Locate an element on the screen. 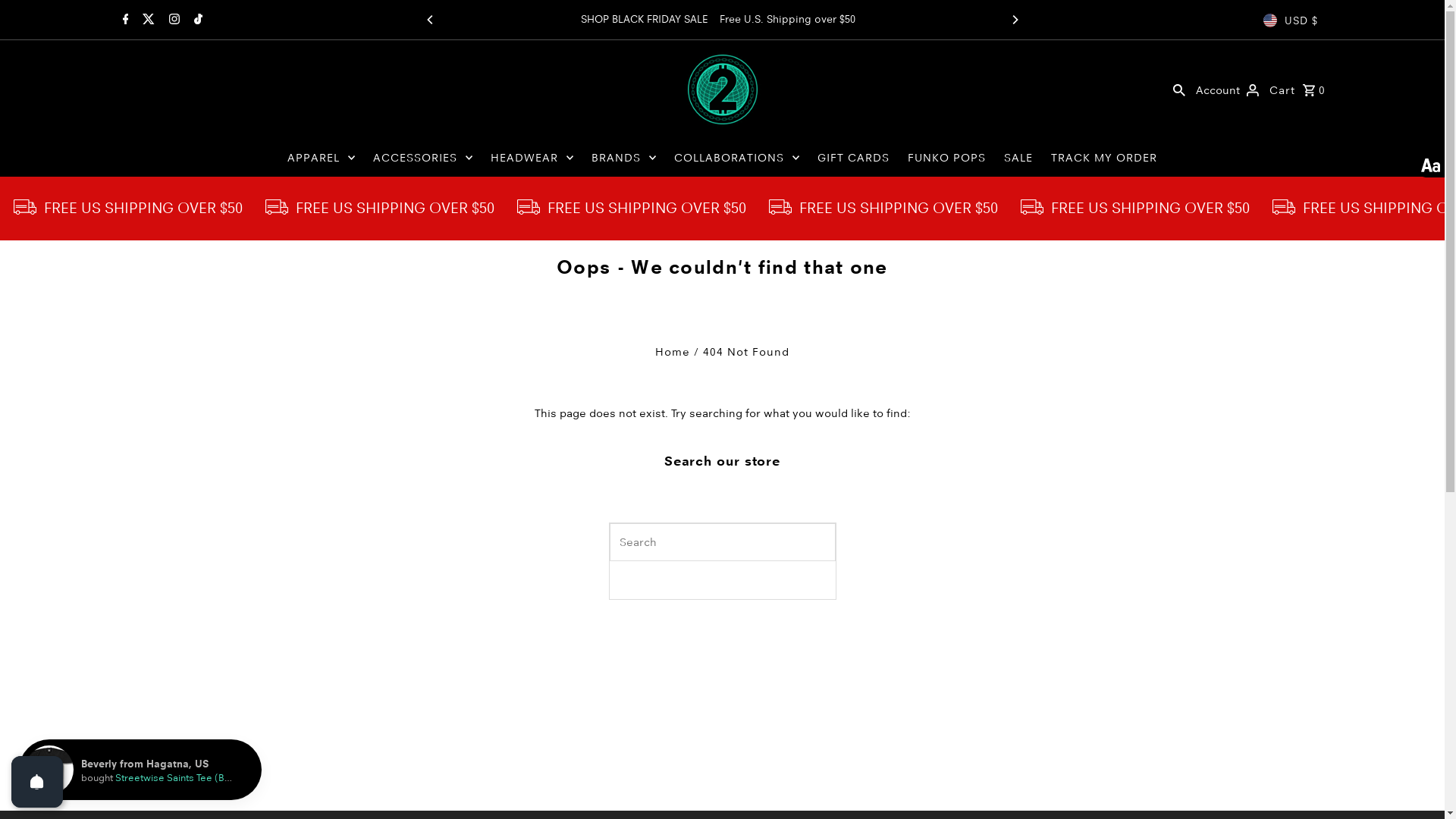 Image resolution: width=1456 pixels, height=819 pixels. 'GIFT CARDS' is located at coordinates (853, 158).